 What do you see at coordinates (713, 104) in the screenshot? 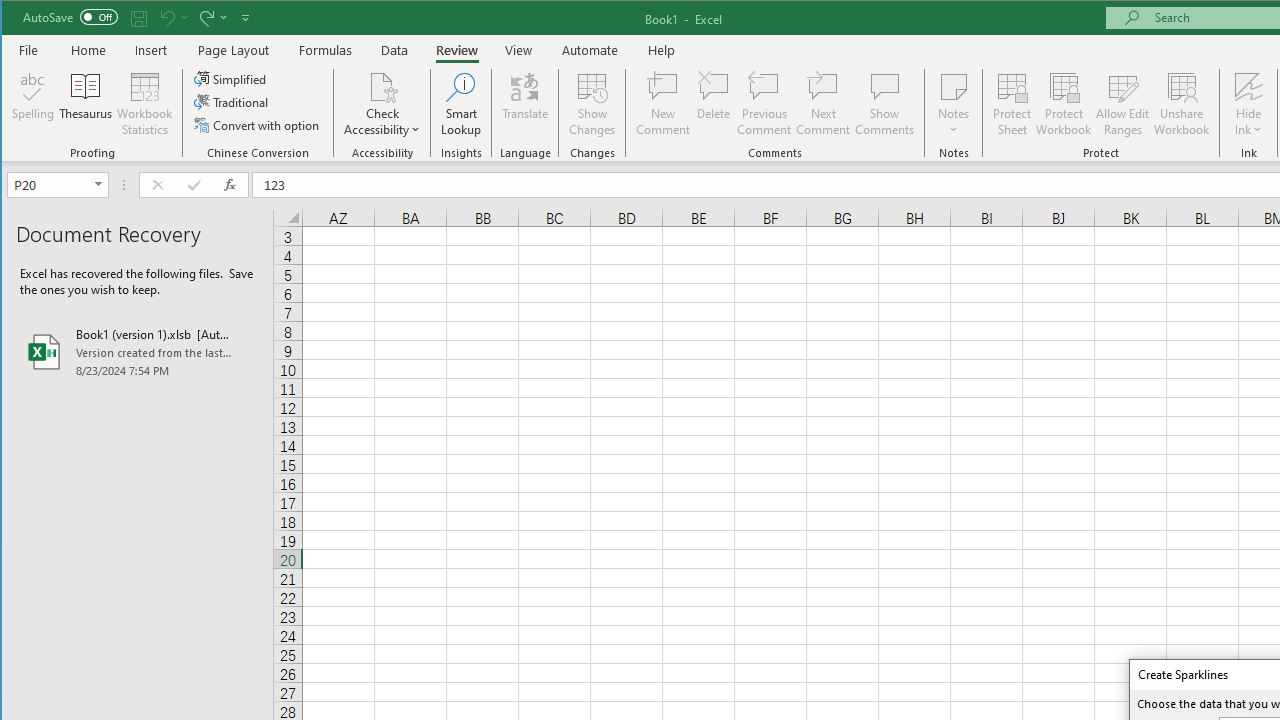
I see `'Delete'` at bounding box center [713, 104].